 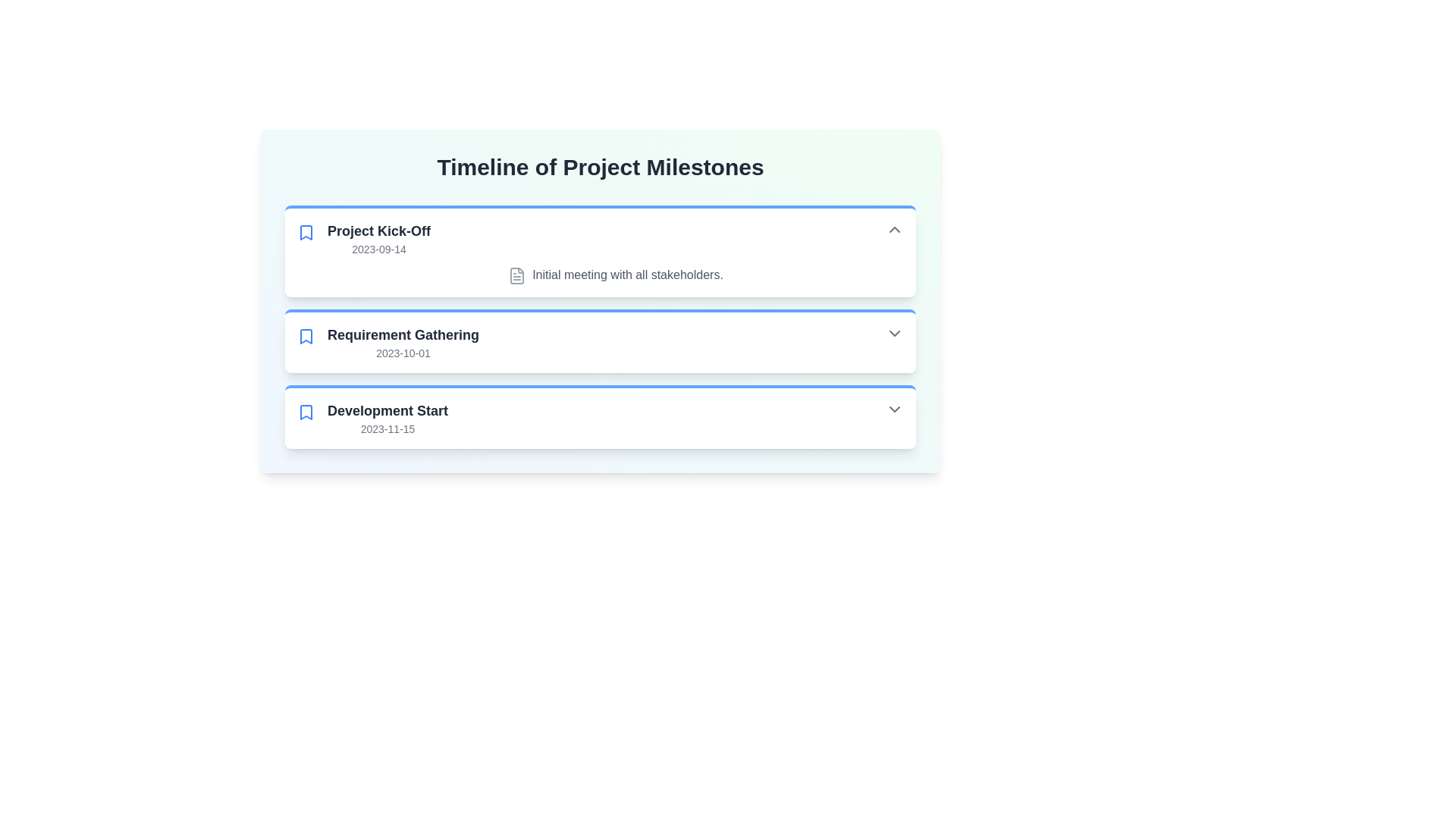 What do you see at coordinates (388, 418) in the screenshot?
I see `the third milestone label that displays the title and date, located between 'Requirement Gathering (2023-10-01)' and the next milestone in the timeline` at bounding box center [388, 418].